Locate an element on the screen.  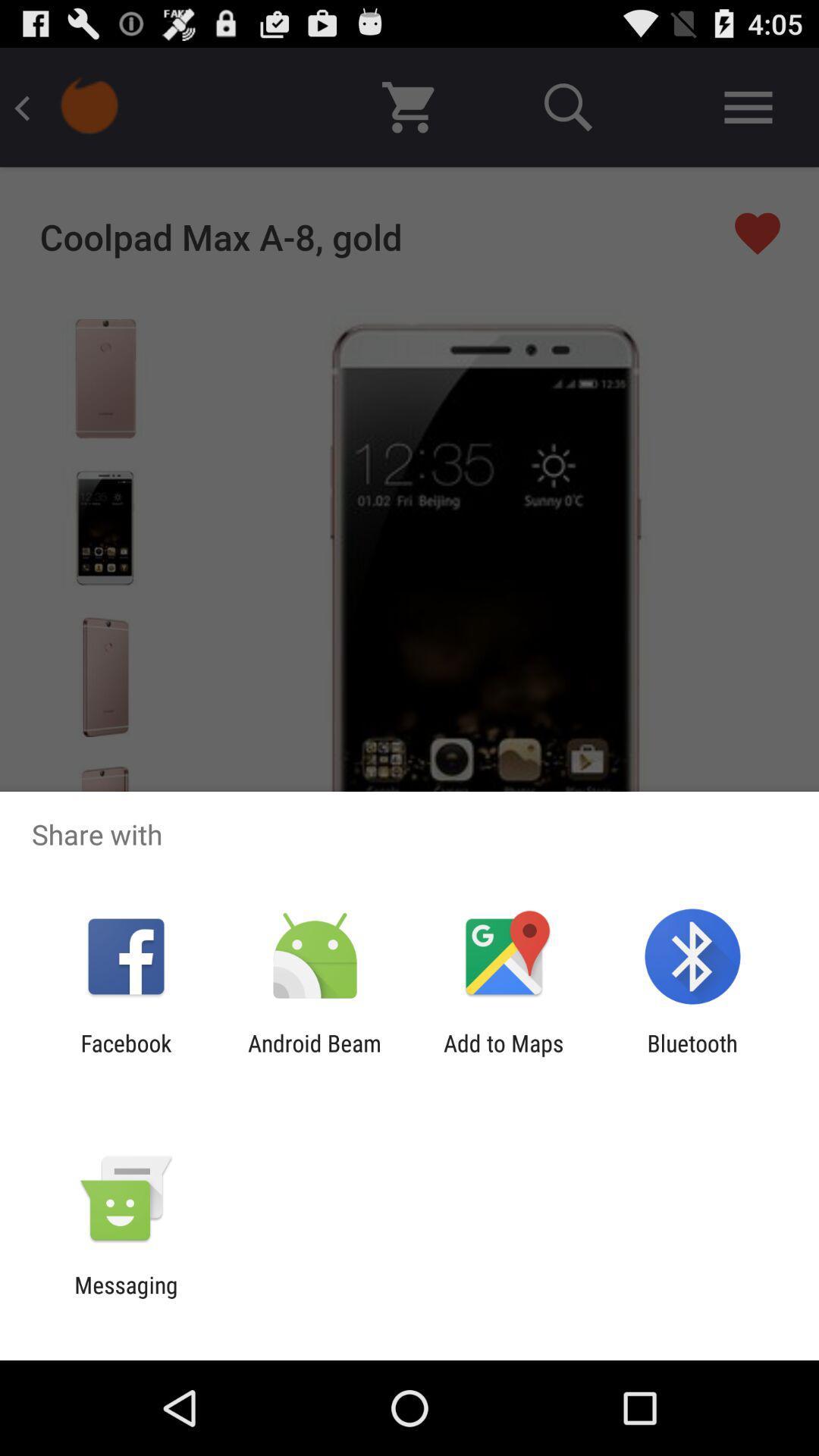
the icon next to the android beam icon is located at coordinates (125, 1056).